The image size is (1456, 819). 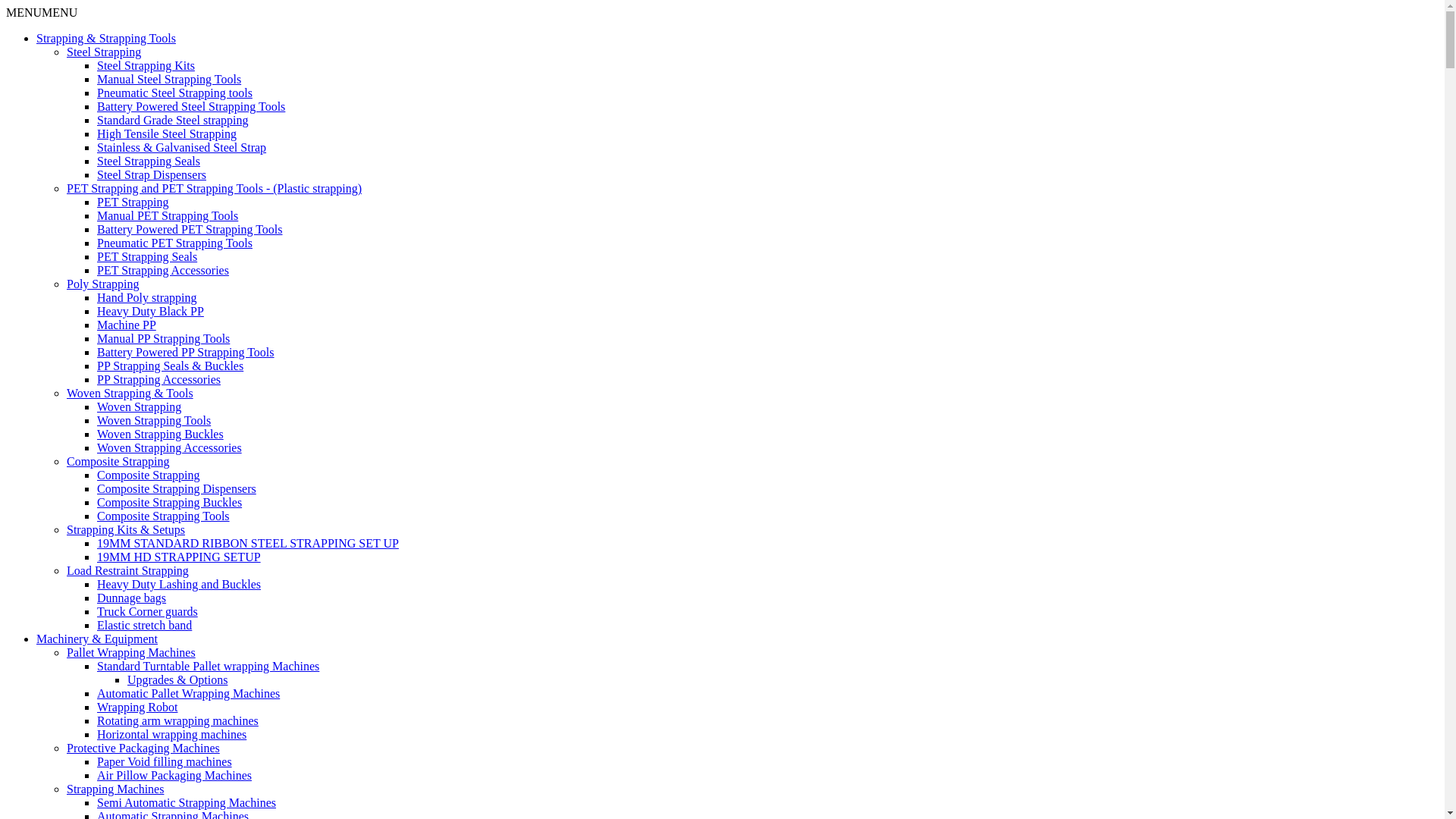 What do you see at coordinates (171, 733) in the screenshot?
I see `'Horizontal wrapping machines'` at bounding box center [171, 733].